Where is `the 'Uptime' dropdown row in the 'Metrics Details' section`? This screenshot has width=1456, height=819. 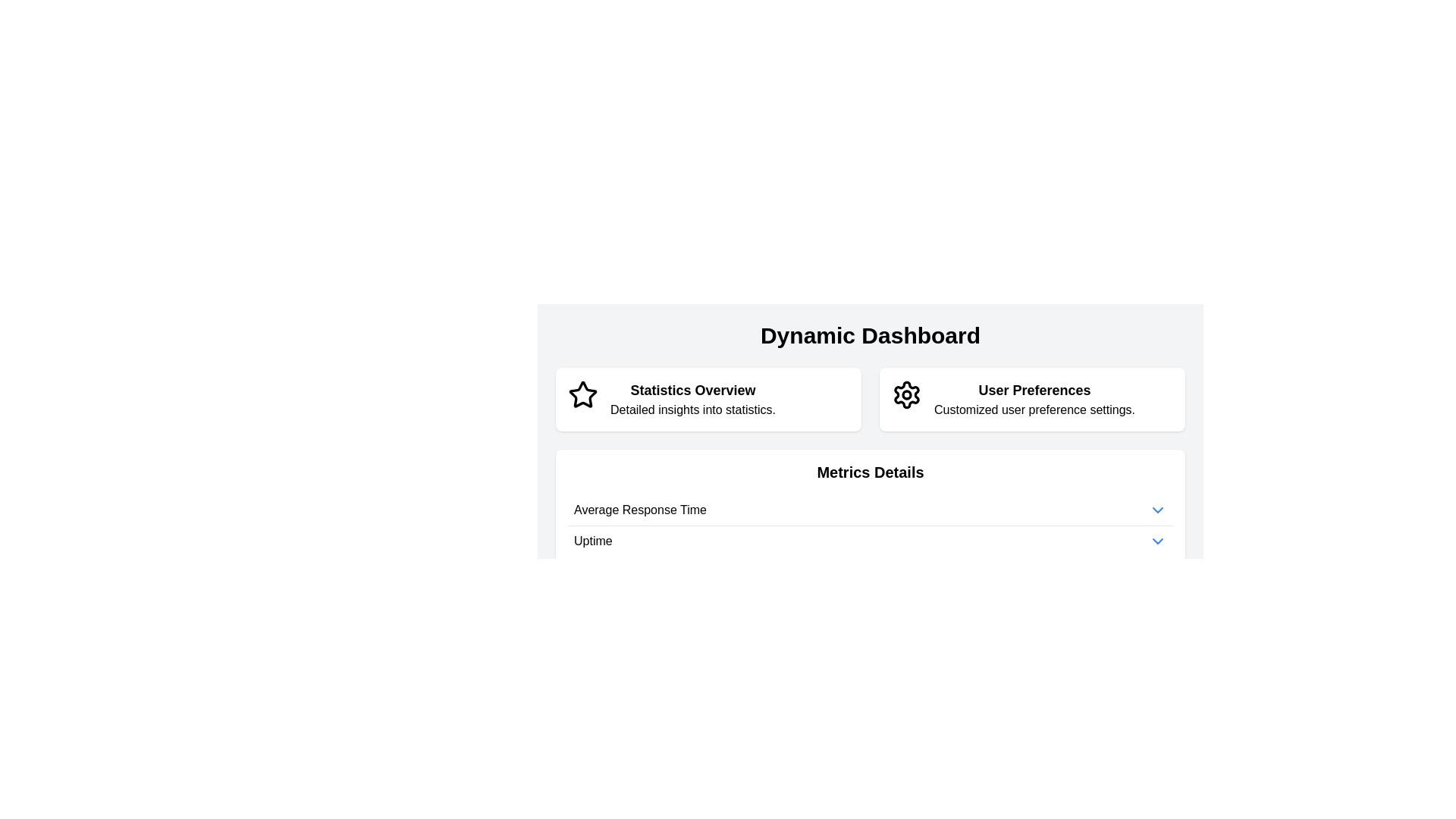 the 'Uptime' dropdown row in the 'Metrics Details' section is located at coordinates (870, 540).